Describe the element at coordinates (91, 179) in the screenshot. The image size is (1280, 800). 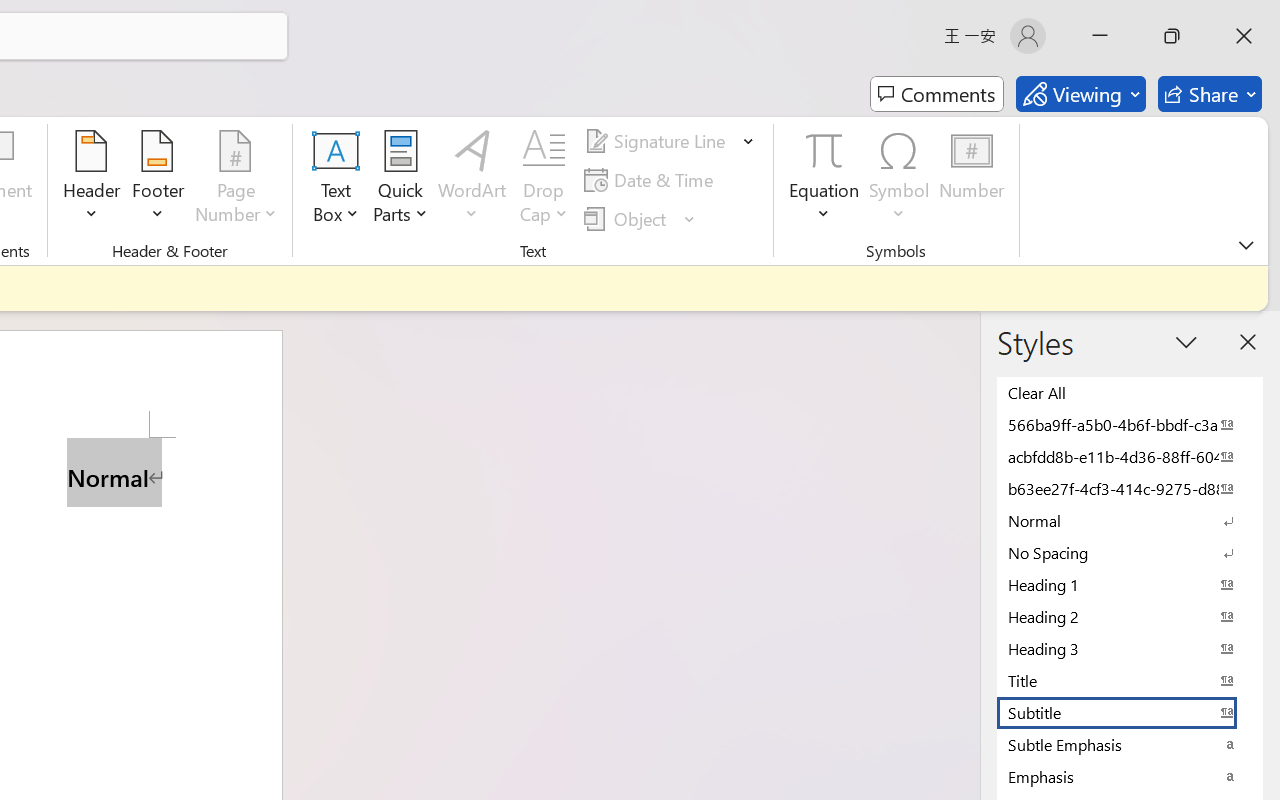
I see `'Header'` at that location.